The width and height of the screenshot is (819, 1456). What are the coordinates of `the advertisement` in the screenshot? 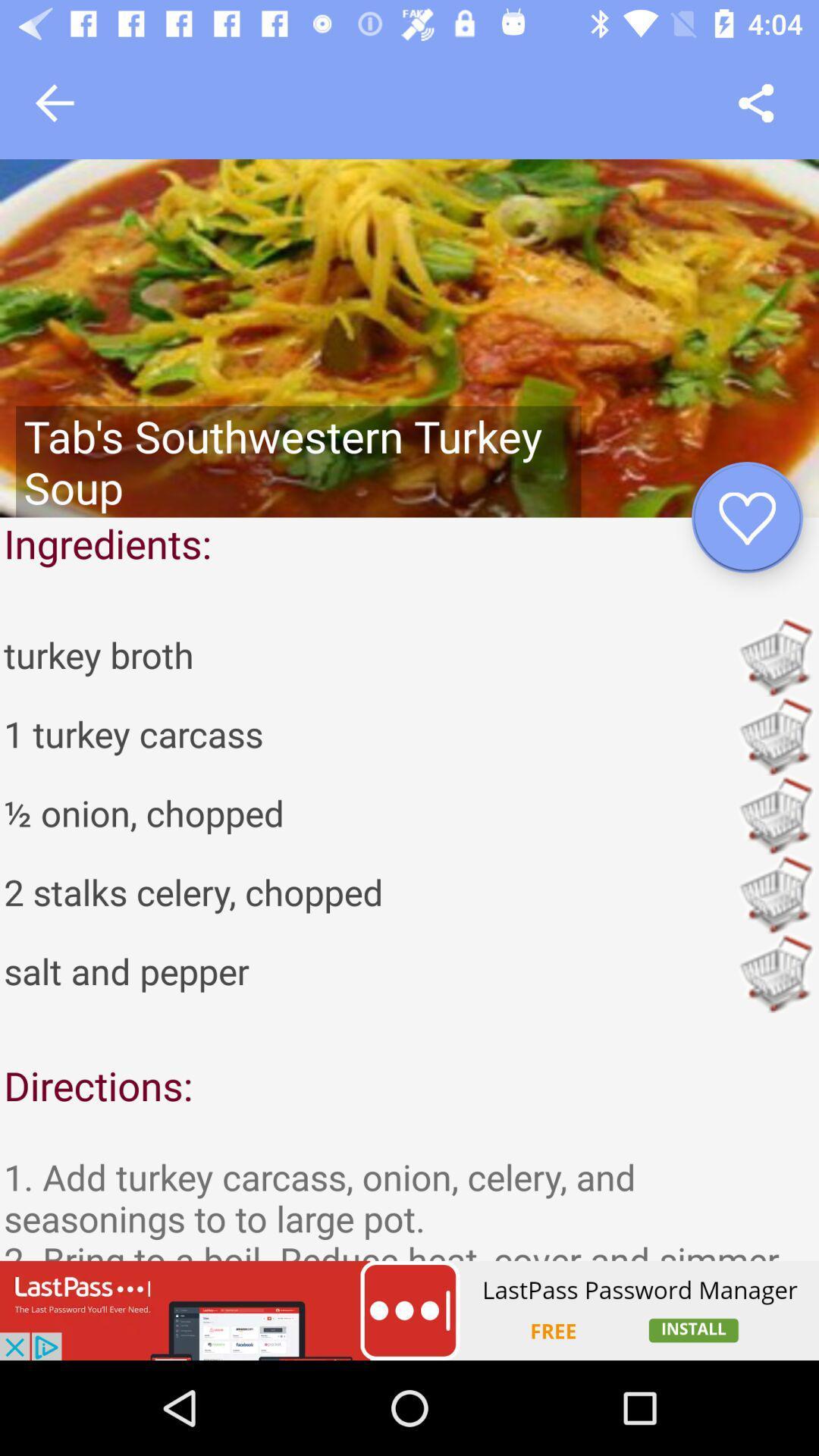 It's located at (409, 1310).